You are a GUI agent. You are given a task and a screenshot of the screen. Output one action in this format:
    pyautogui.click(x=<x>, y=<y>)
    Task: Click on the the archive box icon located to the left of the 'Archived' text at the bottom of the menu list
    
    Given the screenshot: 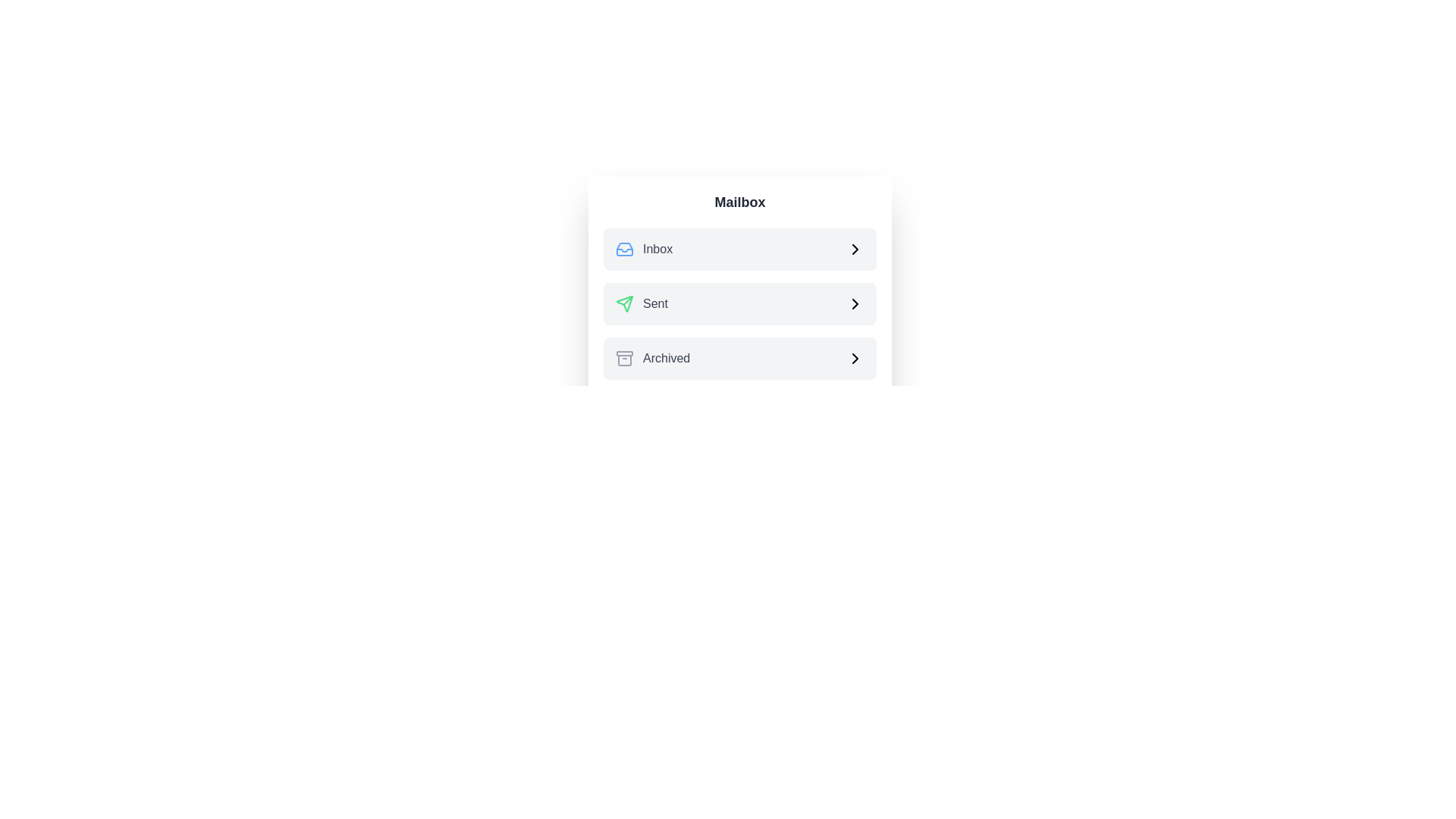 What is the action you would take?
    pyautogui.click(x=625, y=359)
    